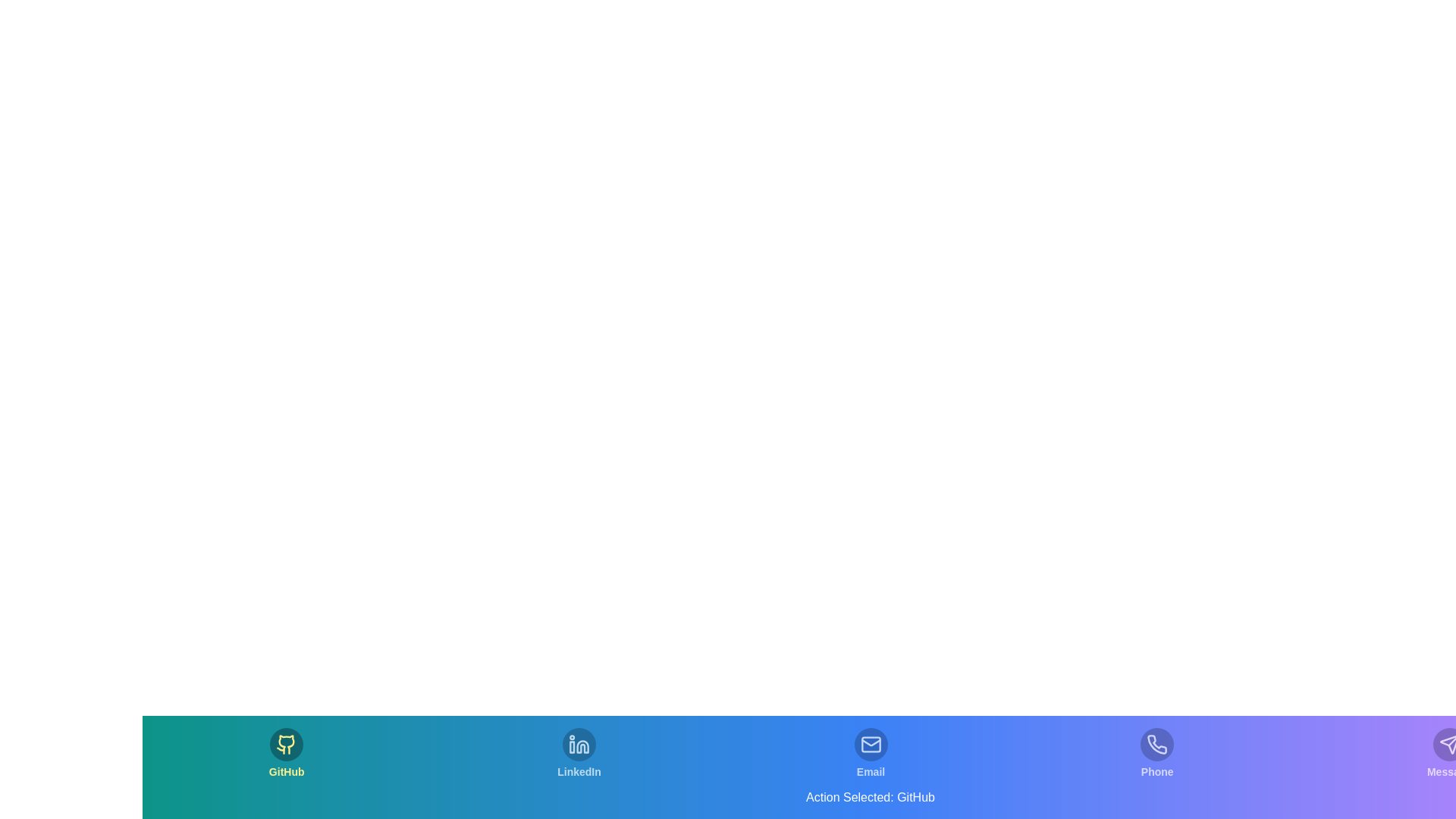  Describe the element at coordinates (1448, 754) in the screenshot. I see `the icon labeled Message to observe its hover effect` at that location.